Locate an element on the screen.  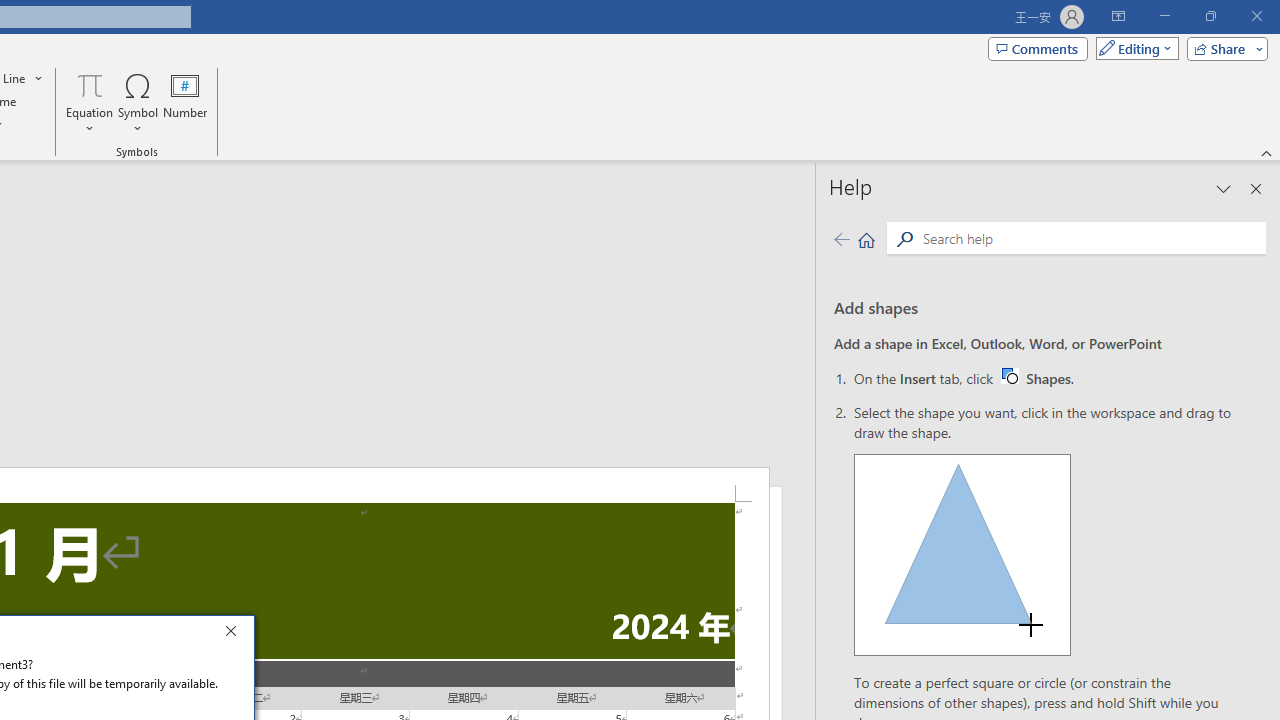
'Comments' is located at coordinates (1038, 47).